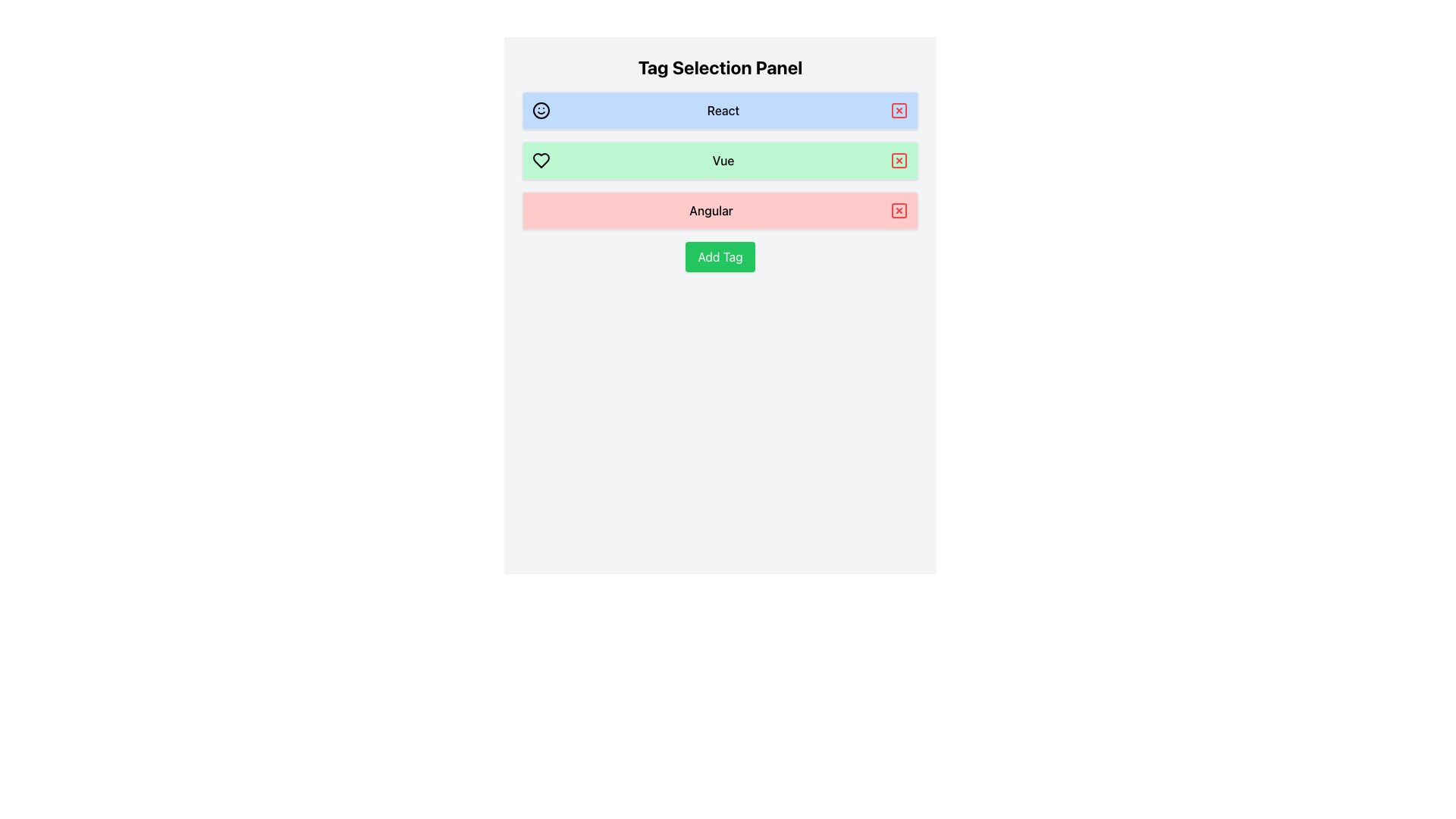 This screenshot has height=819, width=1456. I want to click on the text label displaying 'Angular' in the Tag Selection Panel, so click(710, 210).